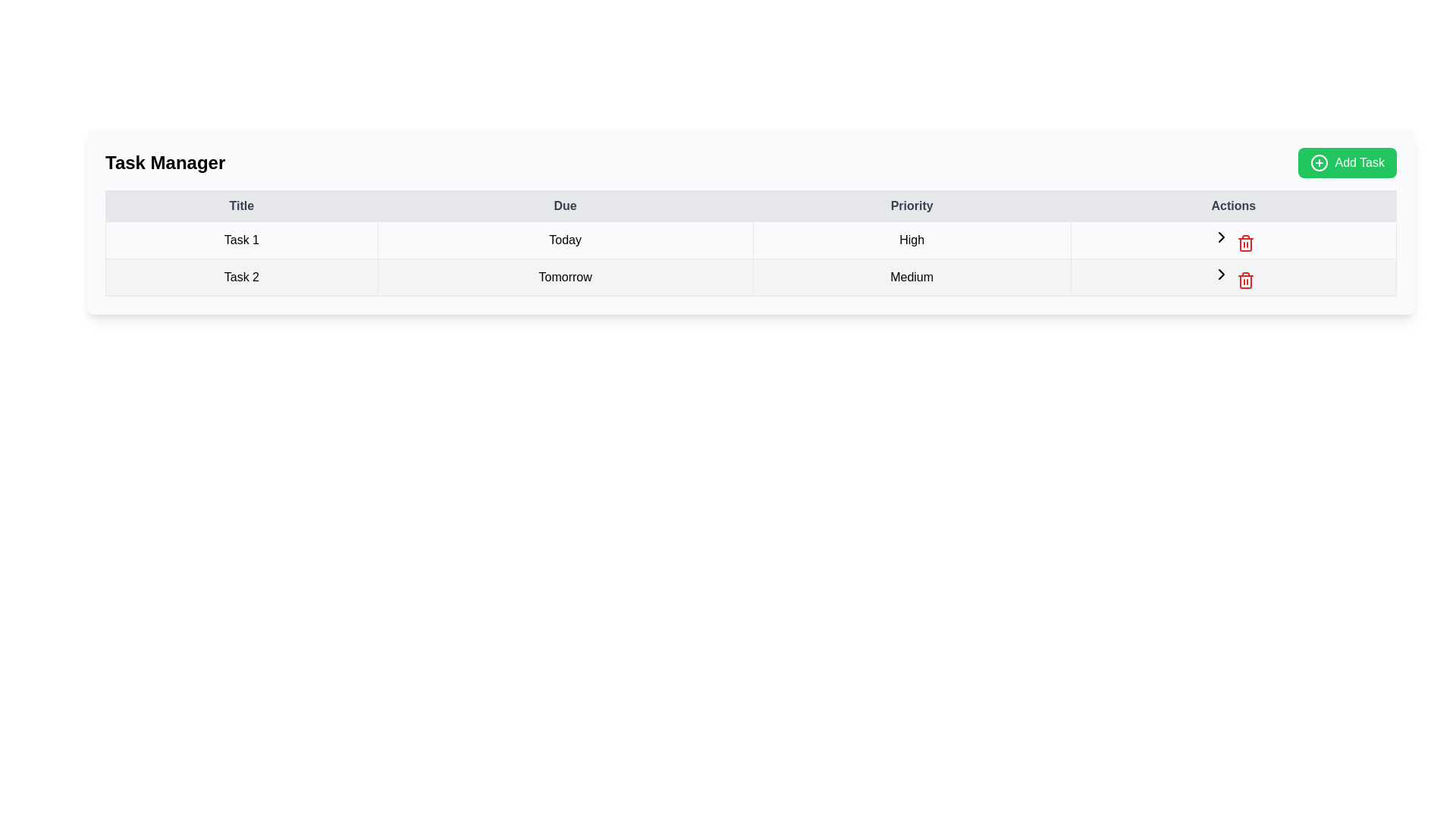  Describe the element at coordinates (564, 277) in the screenshot. I see `the text label containing the word 'Tomorrow' in the middle cell of the second row, which is centered with black text on a white background` at that location.